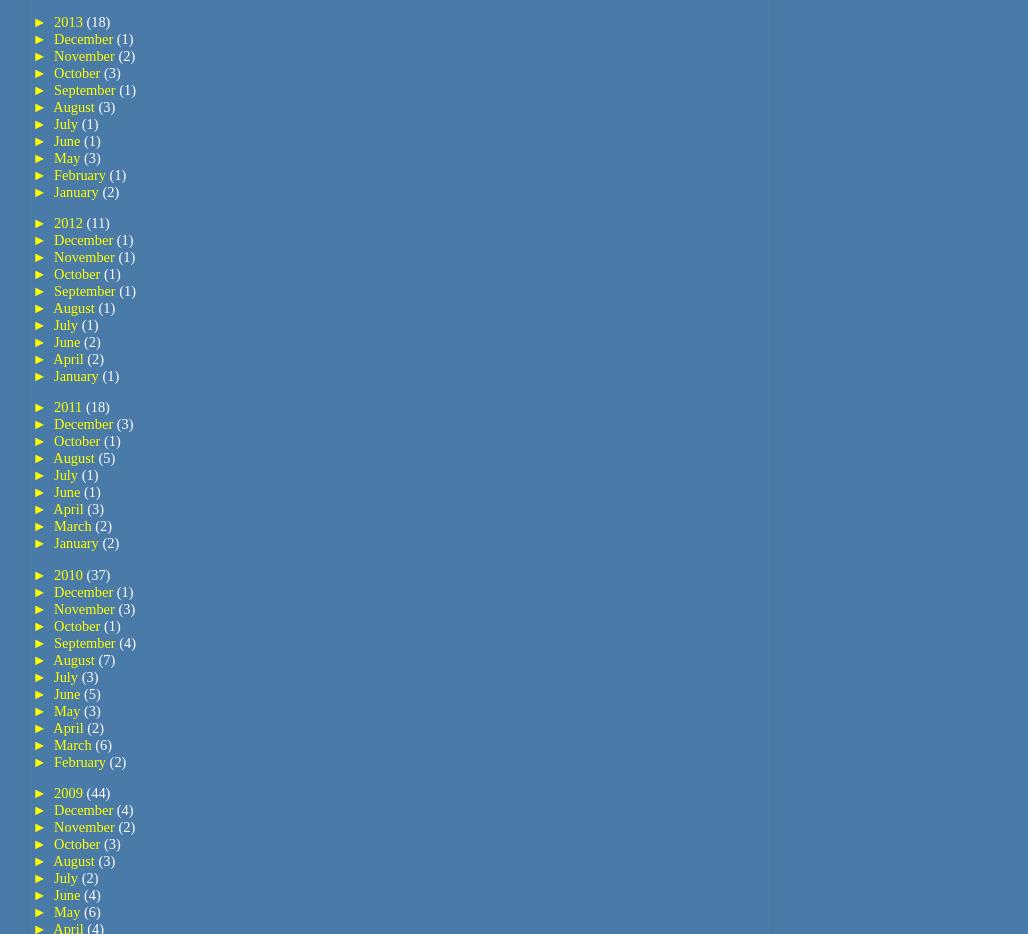 The height and width of the screenshot is (934, 1028). What do you see at coordinates (69, 20) in the screenshot?
I see `'2013'` at bounding box center [69, 20].